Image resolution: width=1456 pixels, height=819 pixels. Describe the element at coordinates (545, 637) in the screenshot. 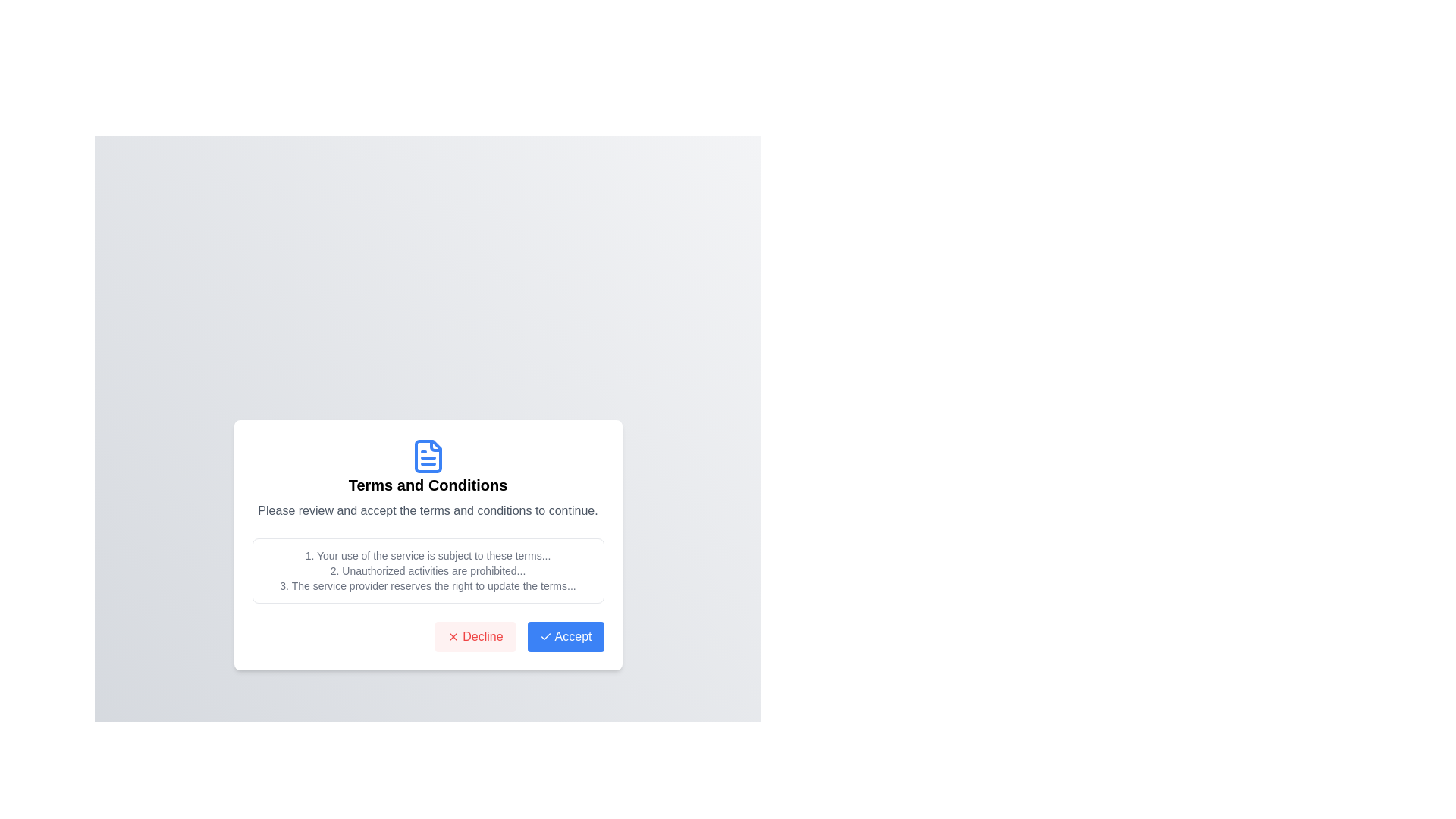

I see `the checkmark icon located inside the 'Accept' button, which indicates a positive action or confirmation` at that location.